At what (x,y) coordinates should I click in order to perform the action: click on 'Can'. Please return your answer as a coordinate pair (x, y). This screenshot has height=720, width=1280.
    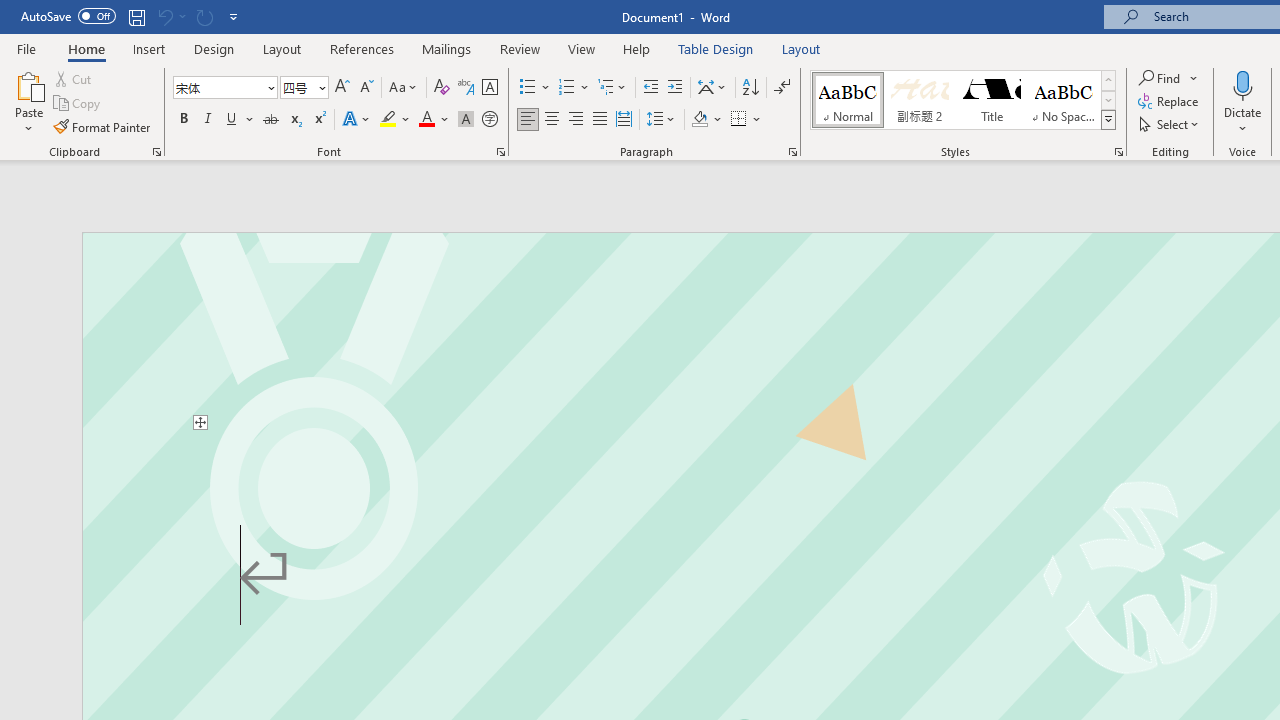
    Looking at the image, I should click on (170, 16).